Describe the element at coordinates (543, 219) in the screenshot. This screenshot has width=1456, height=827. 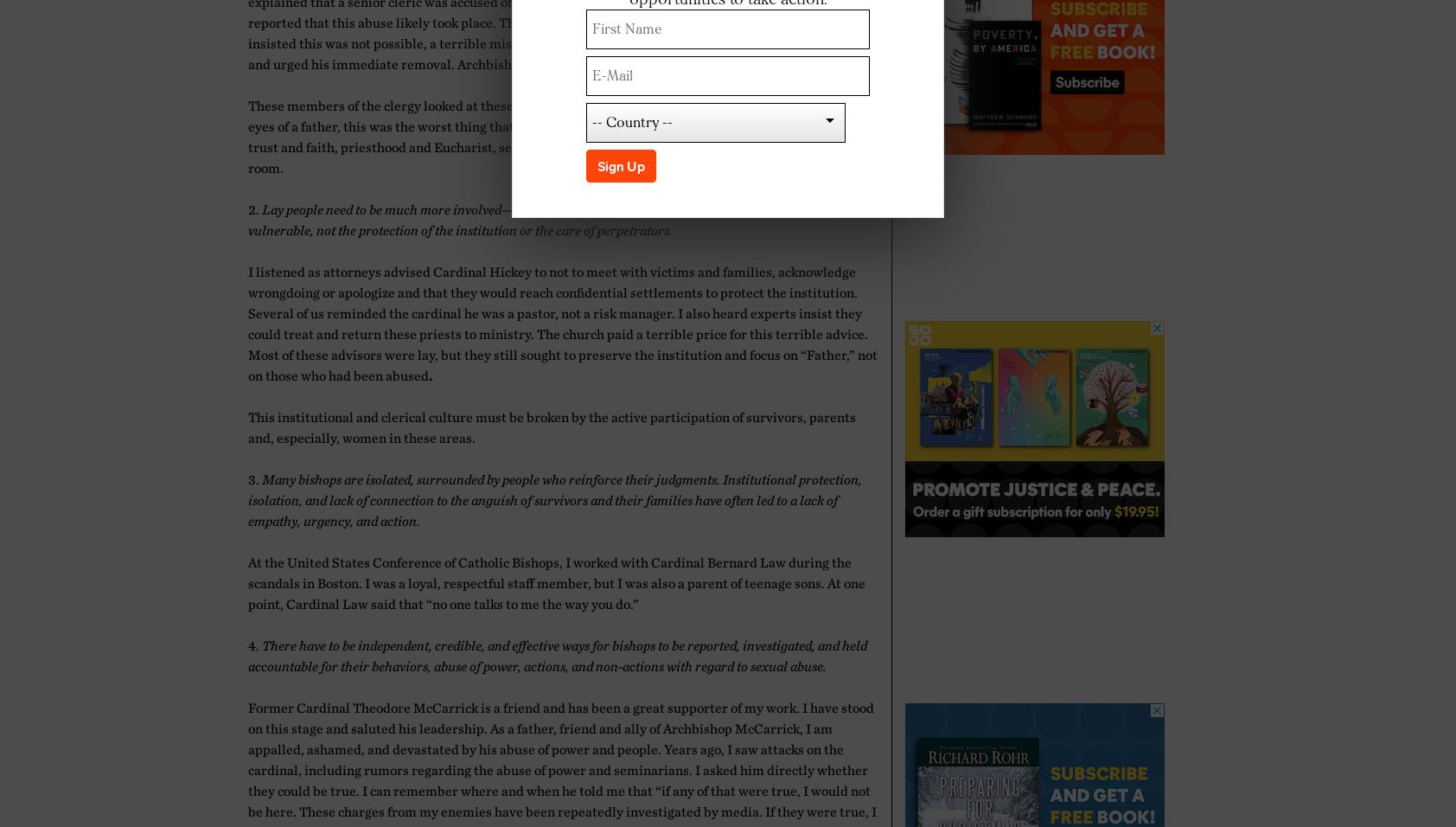
I see `'Lay people need to be much more involved—but need to be independent and focused on the needs of the vulnerable, not the protection of the institution or the care of perpetrators.'` at that location.